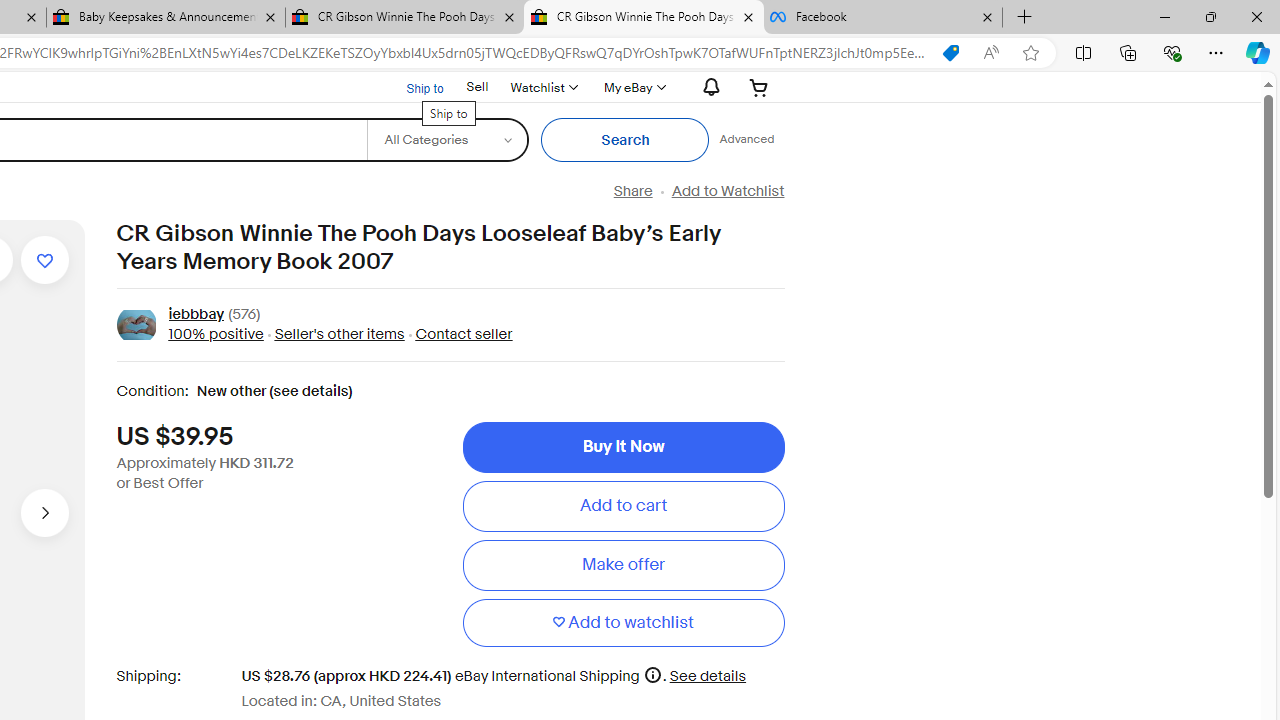  What do you see at coordinates (950, 52) in the screenshot?
I see `'You have the best price!'` at bounding box center [950, 52].